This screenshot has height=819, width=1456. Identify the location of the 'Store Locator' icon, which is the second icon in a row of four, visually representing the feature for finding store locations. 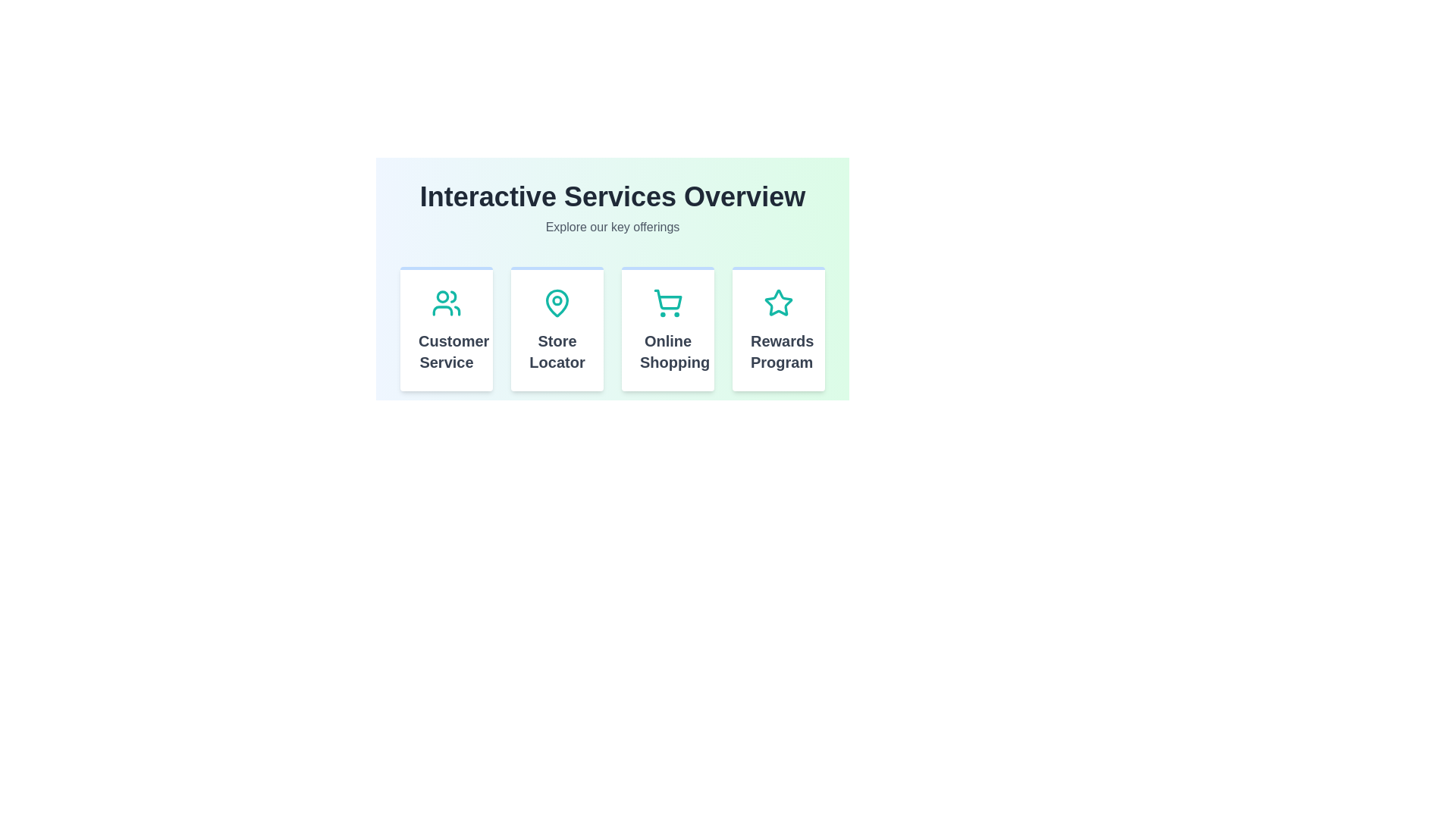
(556, 303).